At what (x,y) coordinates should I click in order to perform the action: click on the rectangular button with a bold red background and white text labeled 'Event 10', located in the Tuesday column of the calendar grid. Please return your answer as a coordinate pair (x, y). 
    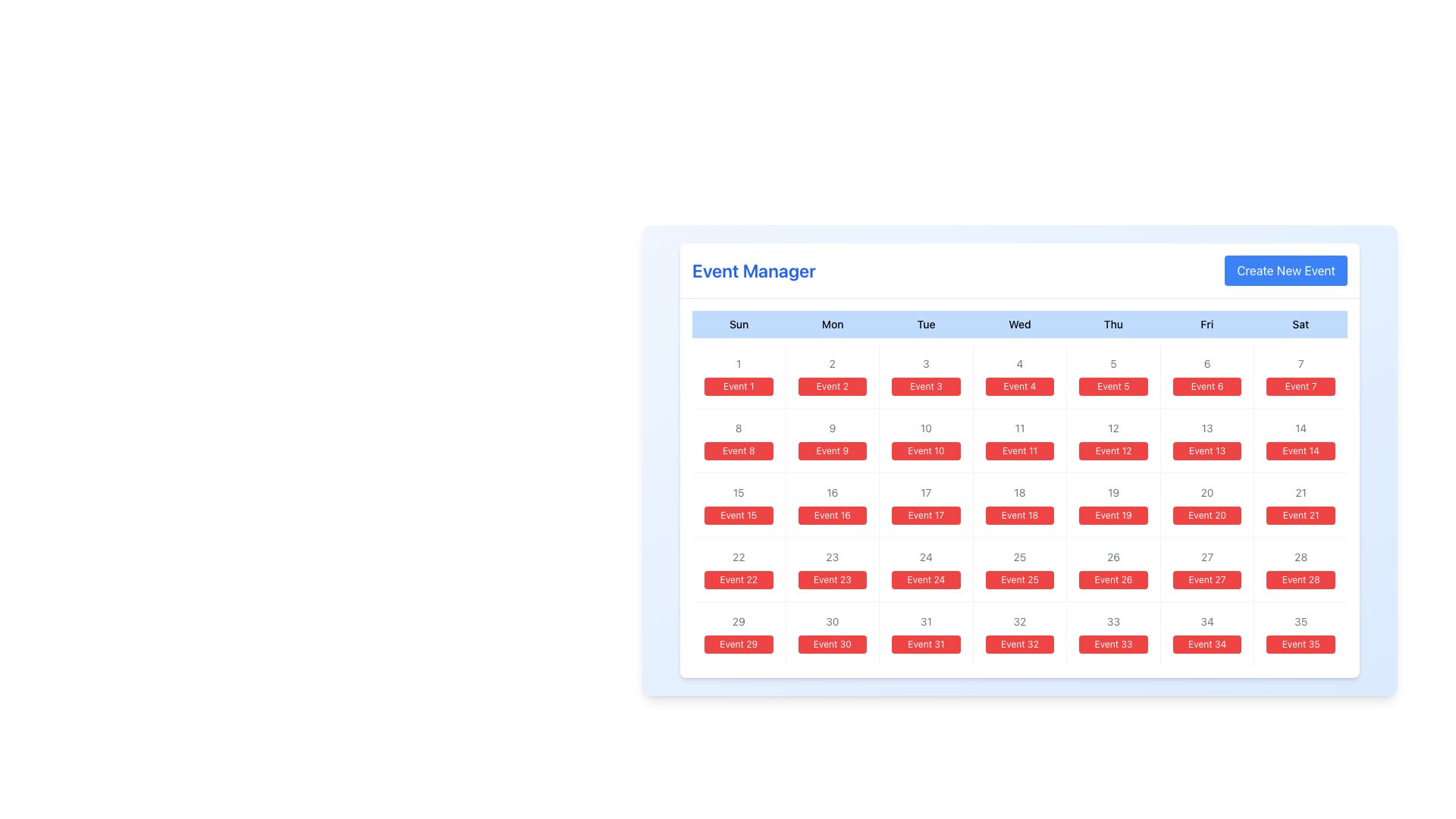
    Looking at the image, I should click on (925, 450).